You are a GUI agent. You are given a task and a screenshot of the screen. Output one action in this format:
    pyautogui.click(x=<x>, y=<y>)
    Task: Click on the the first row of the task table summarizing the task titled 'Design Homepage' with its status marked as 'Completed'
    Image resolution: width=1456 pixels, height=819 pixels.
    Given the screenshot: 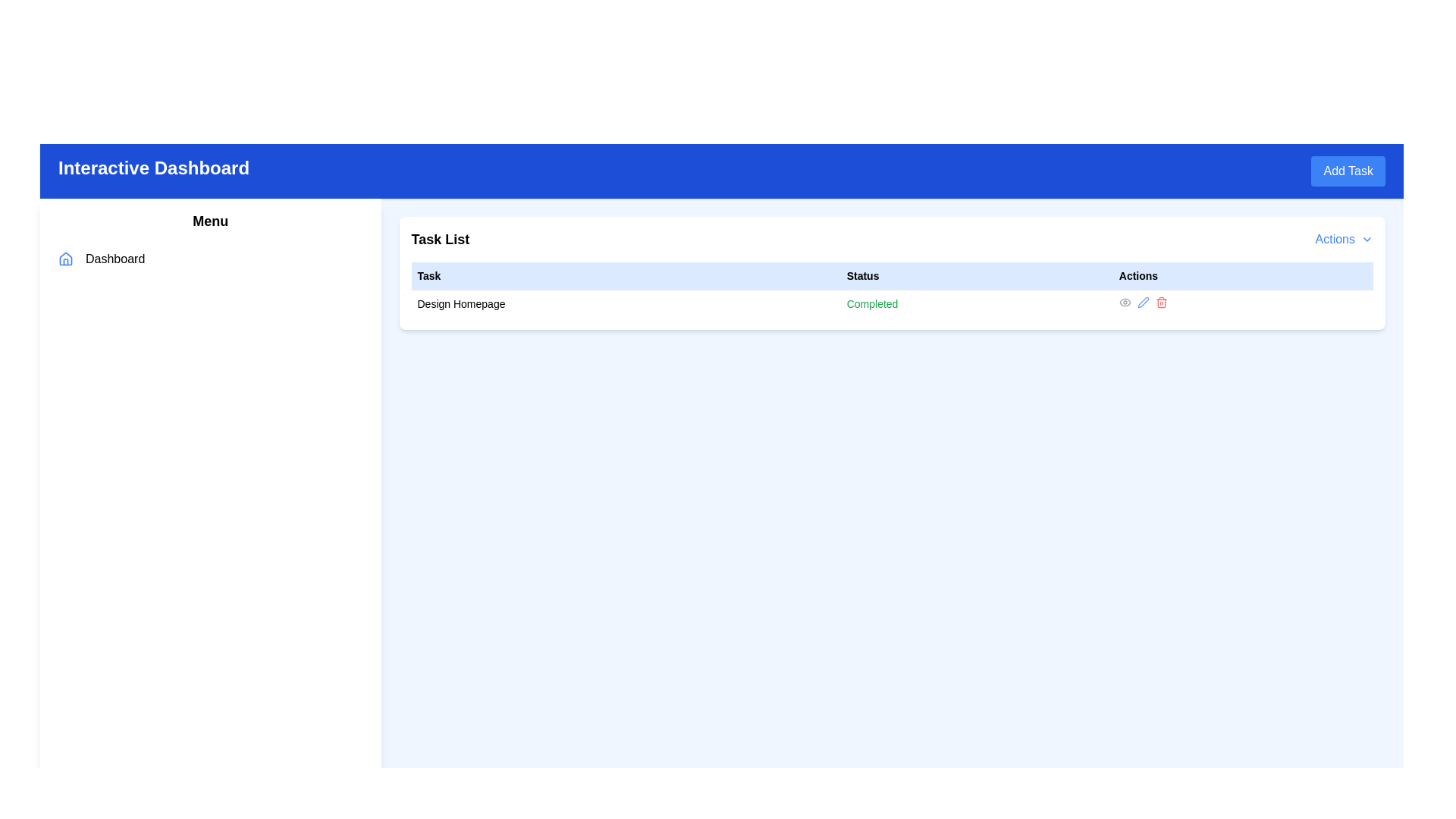 What is the action you would take?
    pyautogui.click(x=892, y=303)
    